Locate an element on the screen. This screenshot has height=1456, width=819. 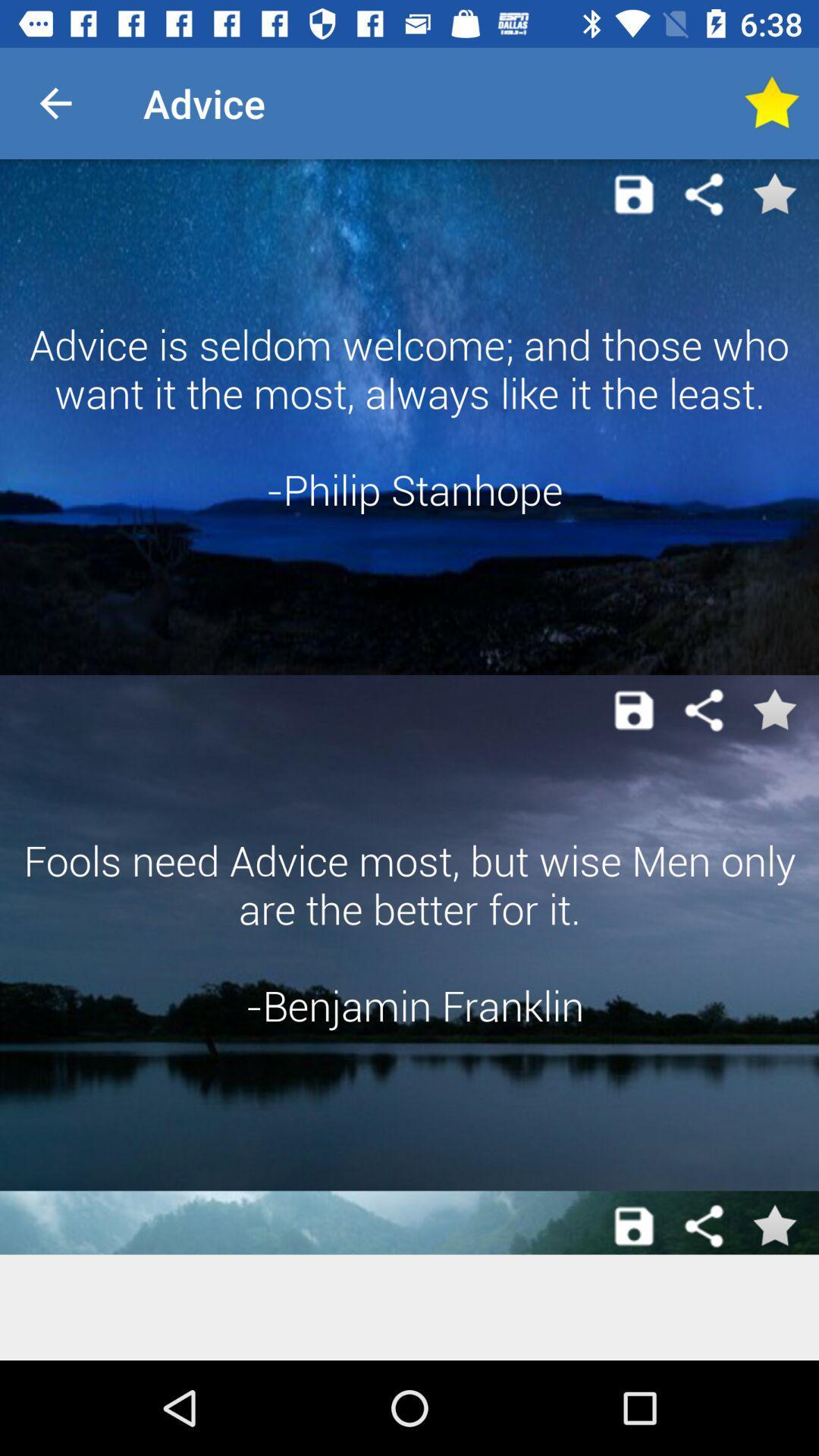
the item next to the advice is located at coordinates (771, 102).